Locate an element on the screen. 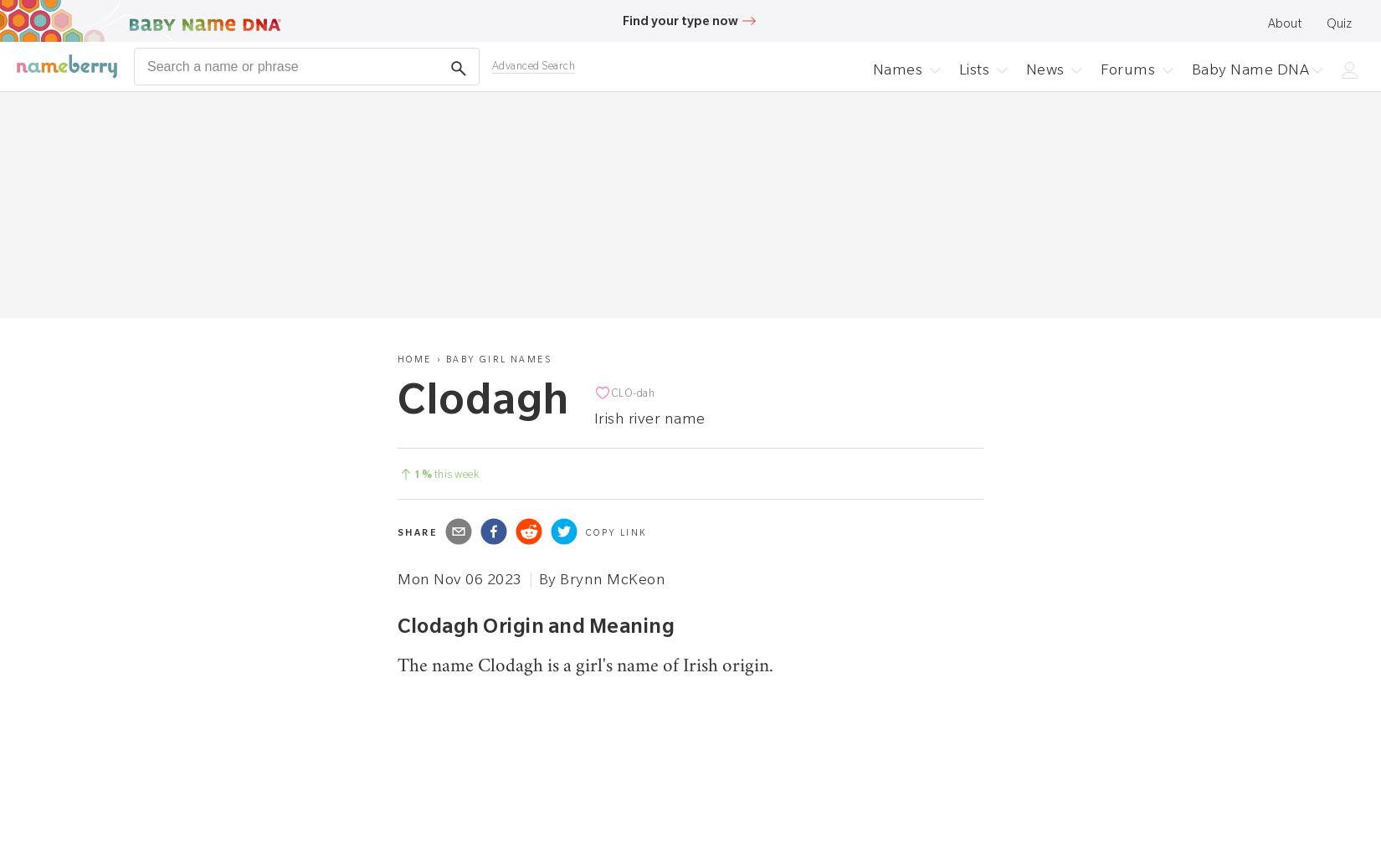 The image size is (1381, 868). 'Baby Girl Names' is located at coordinates (497, 358).